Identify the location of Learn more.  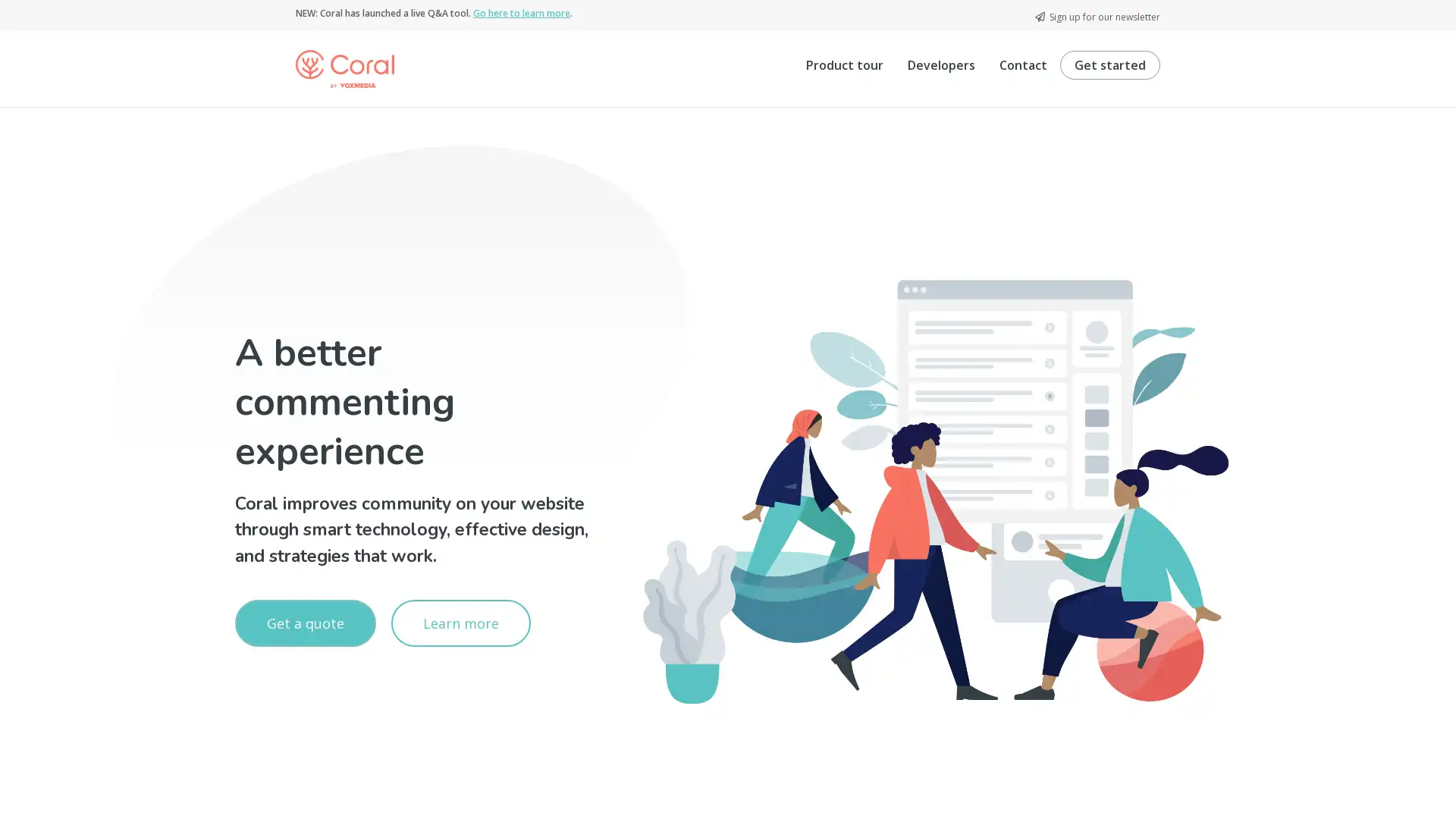
(460, 623).